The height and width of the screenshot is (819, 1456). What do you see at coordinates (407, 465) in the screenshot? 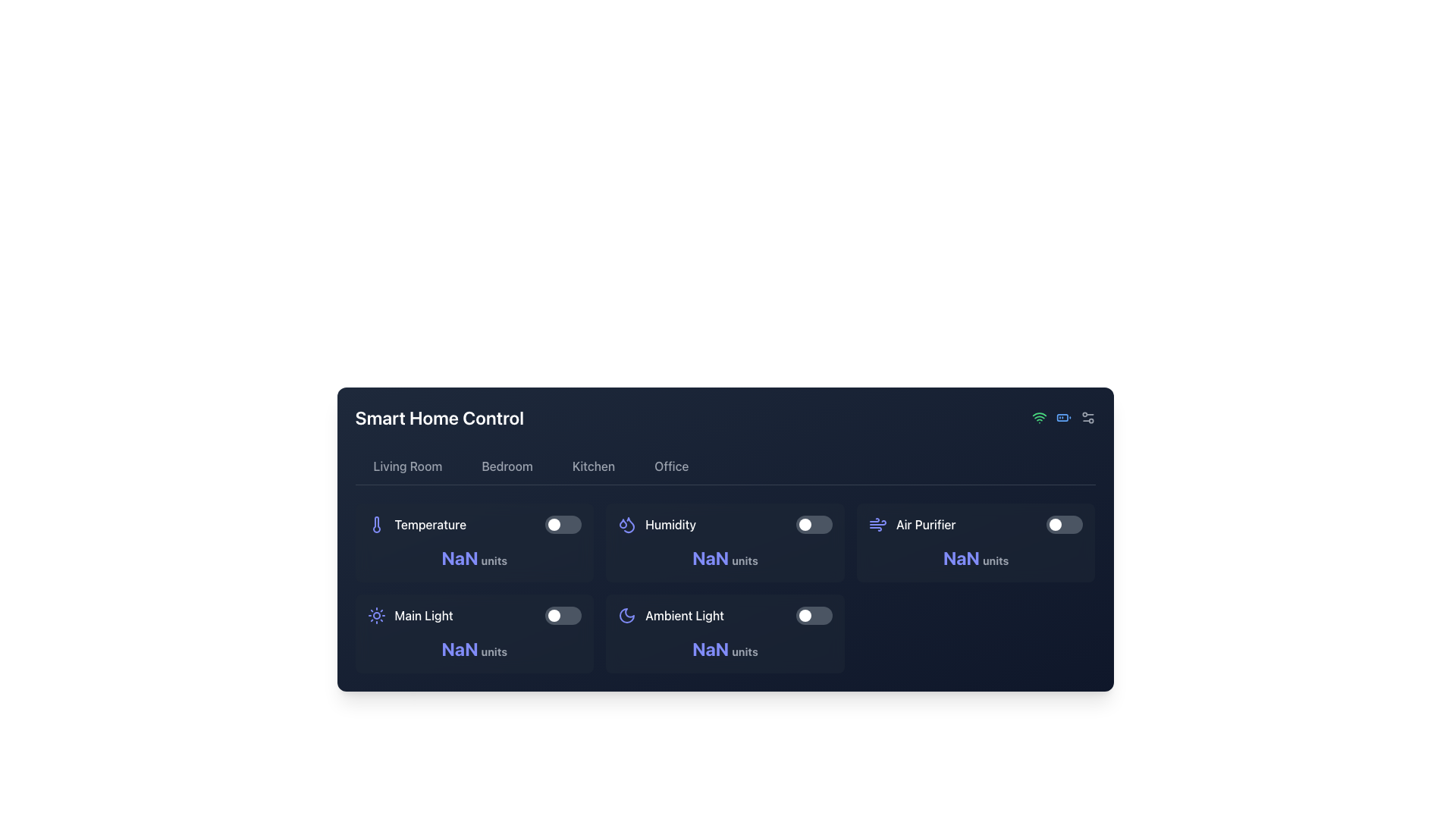
I see `the 'Living Room' tab in the navigation bar` at bounding box center [407, 465].